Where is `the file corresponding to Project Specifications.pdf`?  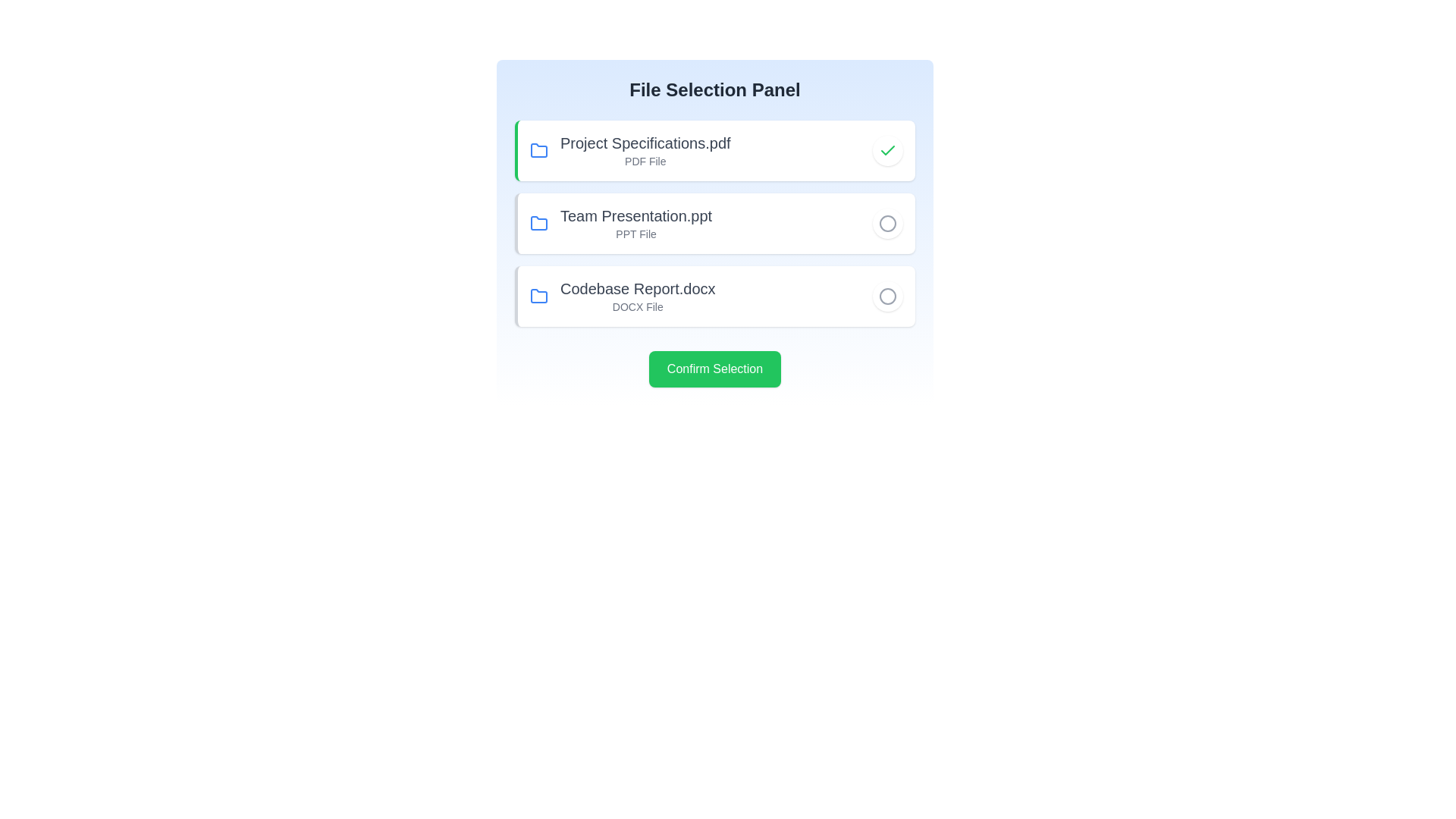 the file corresponding to Project Specifications.pdf is located at coordinates (888, 151).